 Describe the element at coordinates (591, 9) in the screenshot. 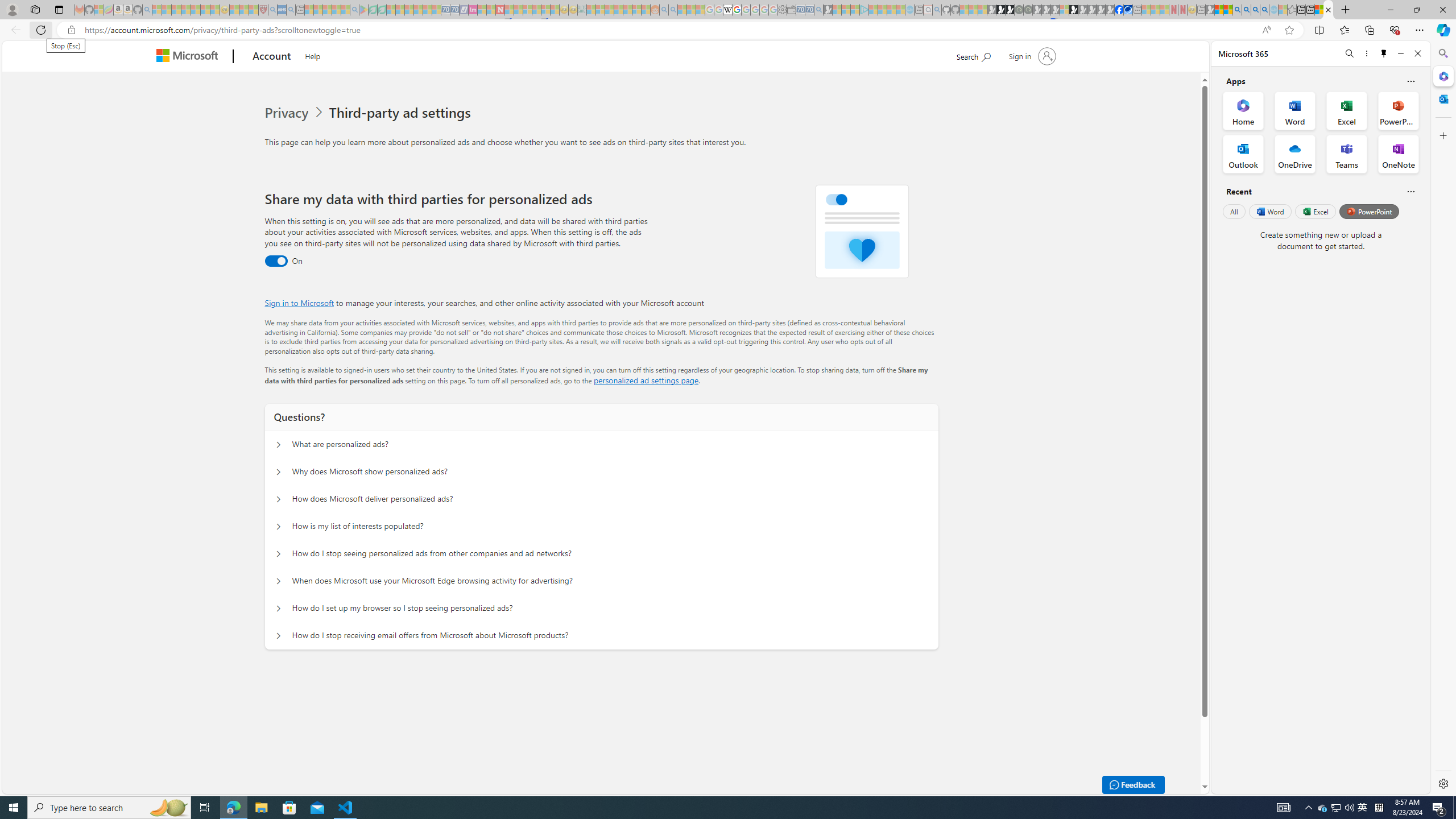

I see `'MSNBC - MSN - Sleeping'` at that location.